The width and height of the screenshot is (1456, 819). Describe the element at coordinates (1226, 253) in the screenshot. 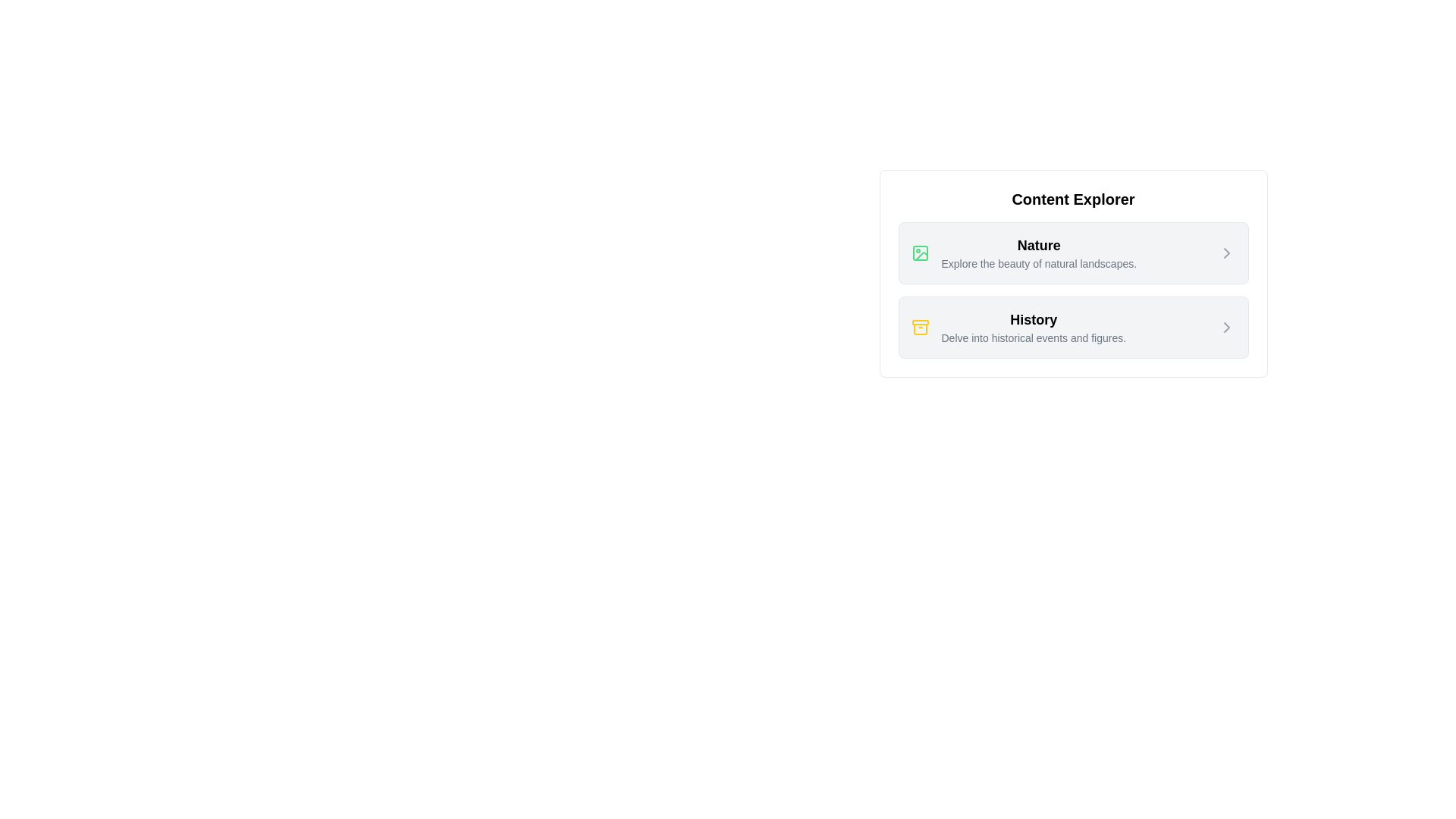

I see `the rightward-pointing chevron arrow icon located in the right section of the 'Nature' row in the 'Content Explorer' panel` at that location.